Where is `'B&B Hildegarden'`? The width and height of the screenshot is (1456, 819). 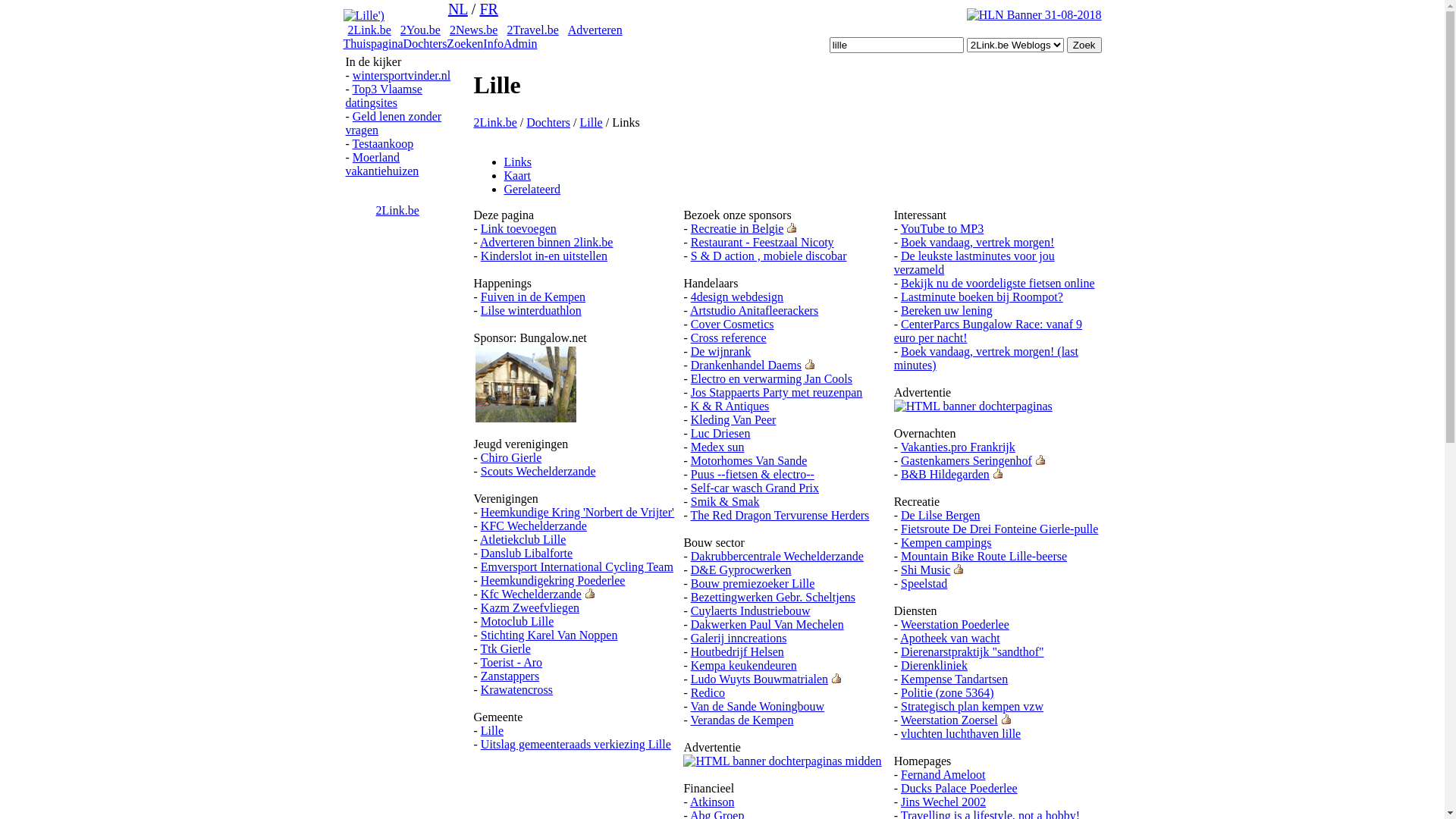 'B&B Hildegarden' is located at coordinates (901, 473).